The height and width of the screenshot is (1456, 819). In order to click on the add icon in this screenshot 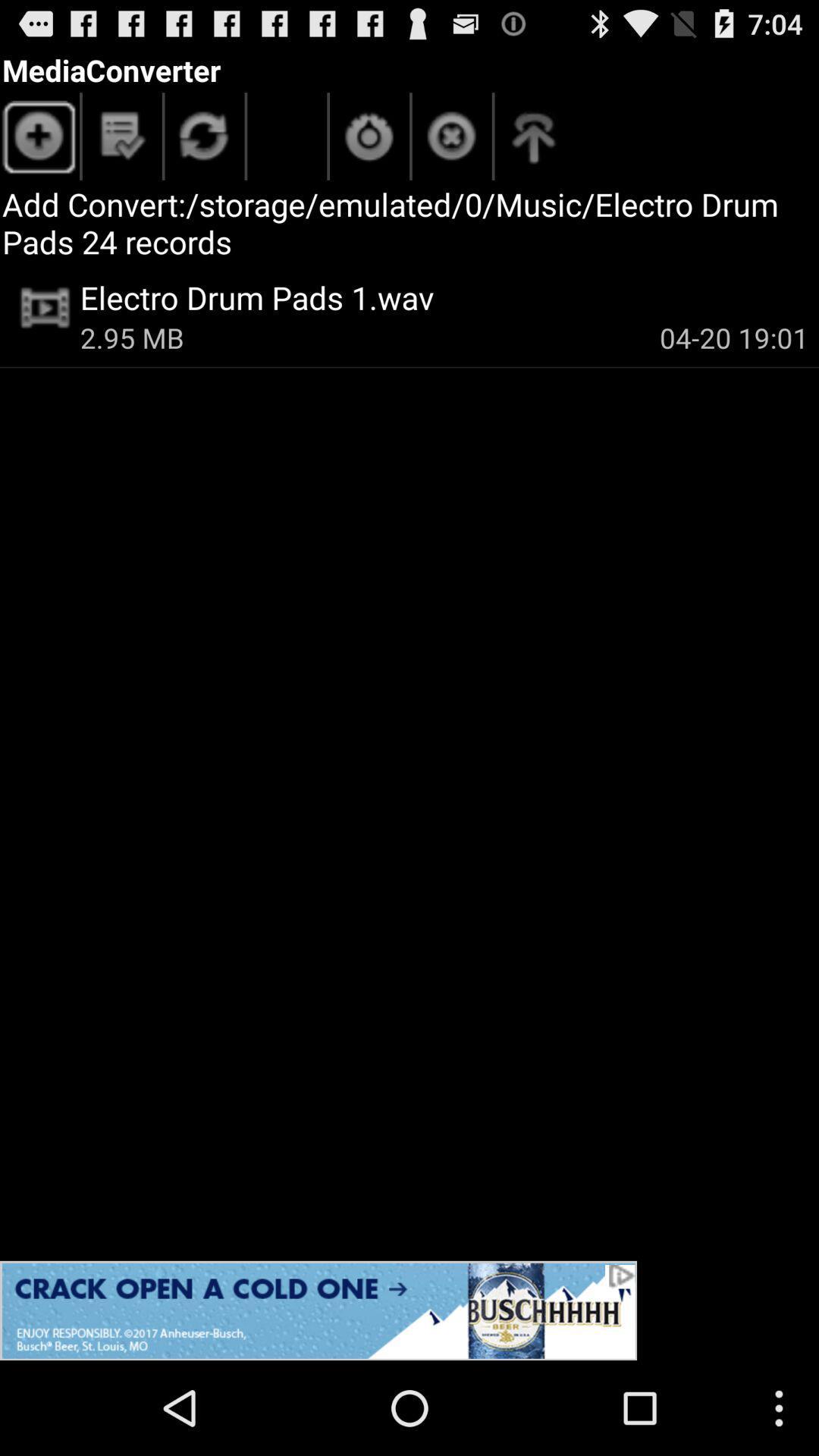, I will do `click(39, 150)`.